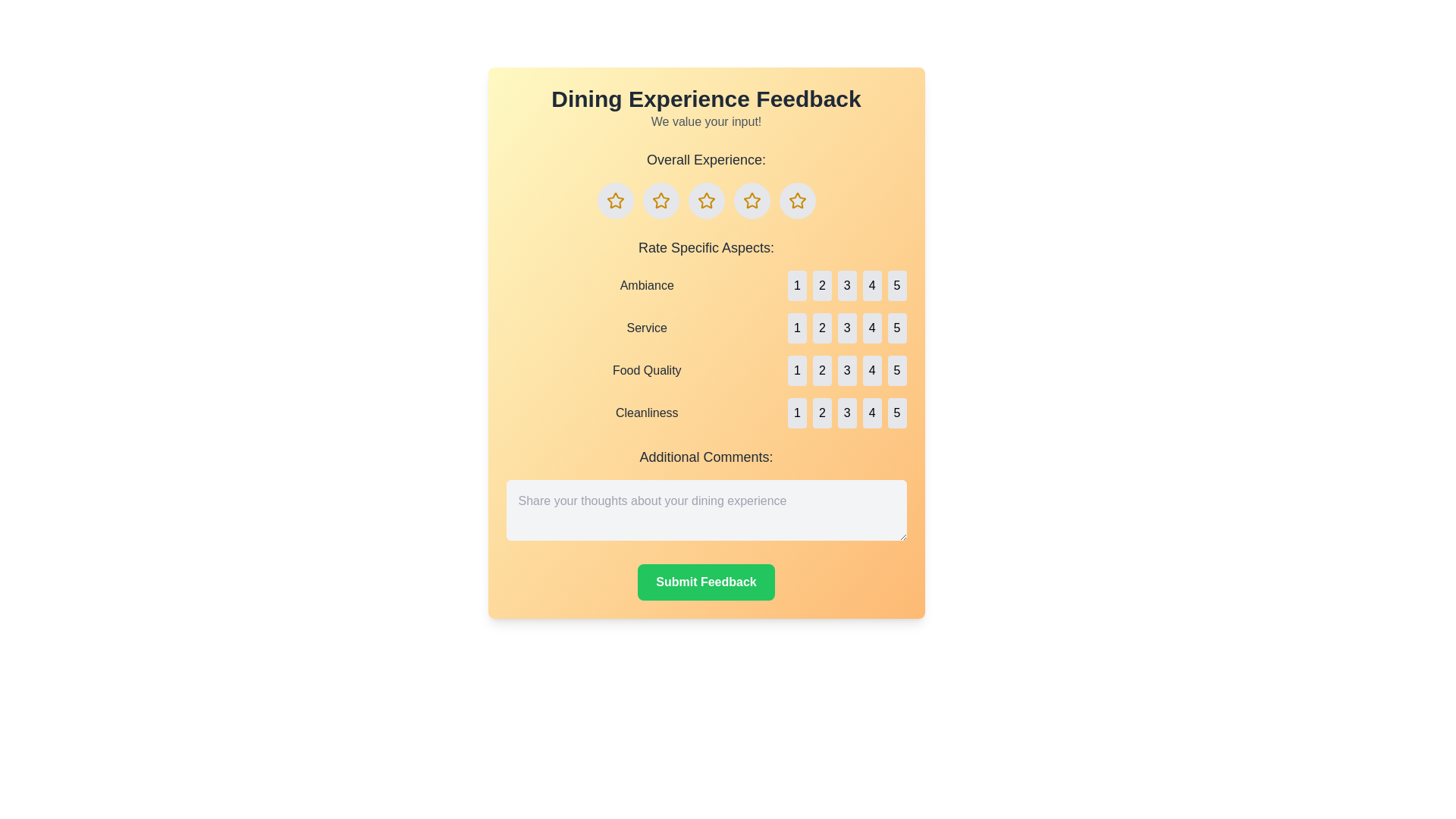  I want to click on the interactive button with a star icon, which is the third button in a row of five used for rating, so click(705, 200).